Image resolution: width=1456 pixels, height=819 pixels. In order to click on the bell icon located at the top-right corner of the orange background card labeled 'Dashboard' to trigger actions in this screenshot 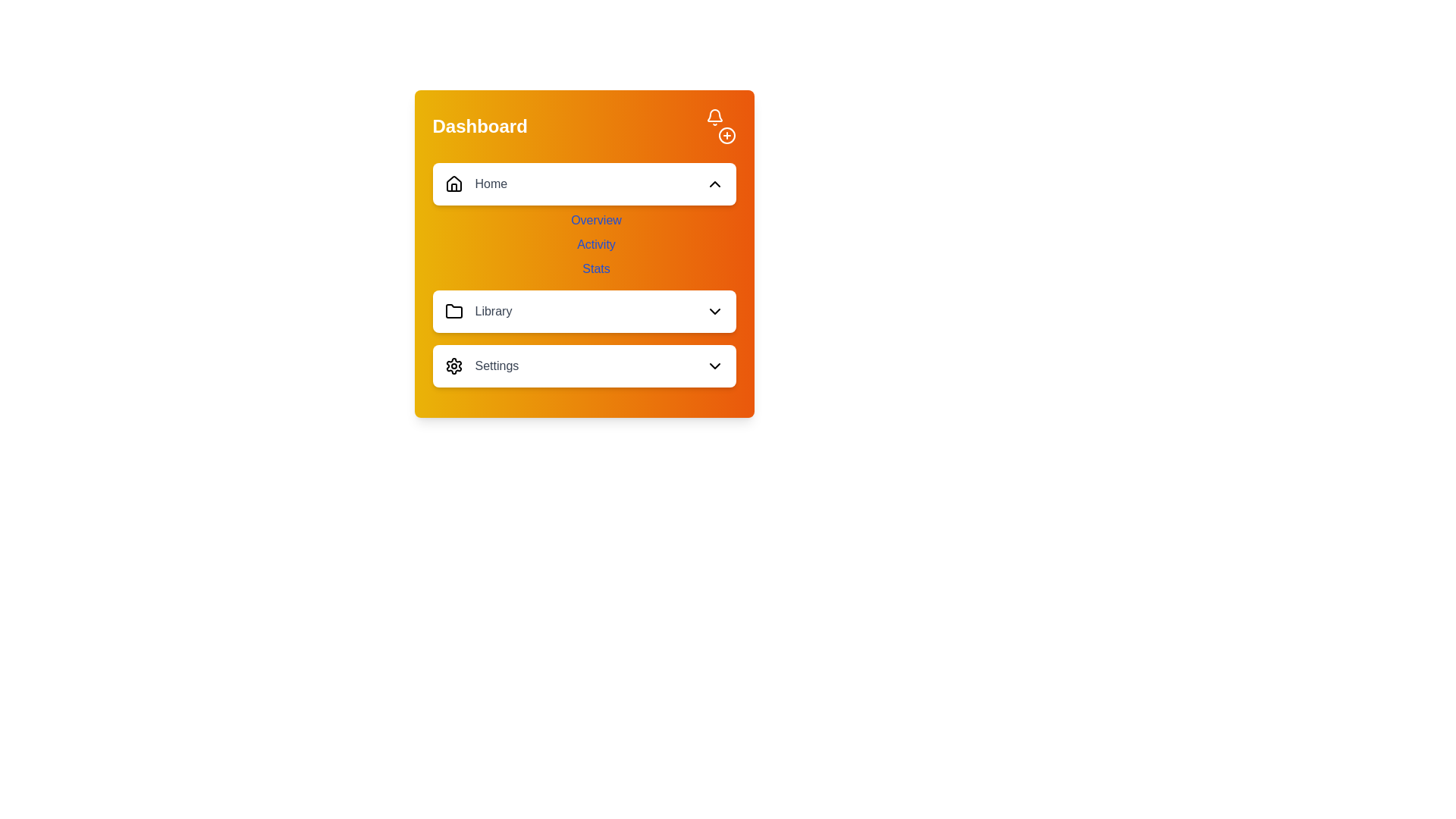, I will do `click(714, 115)`.